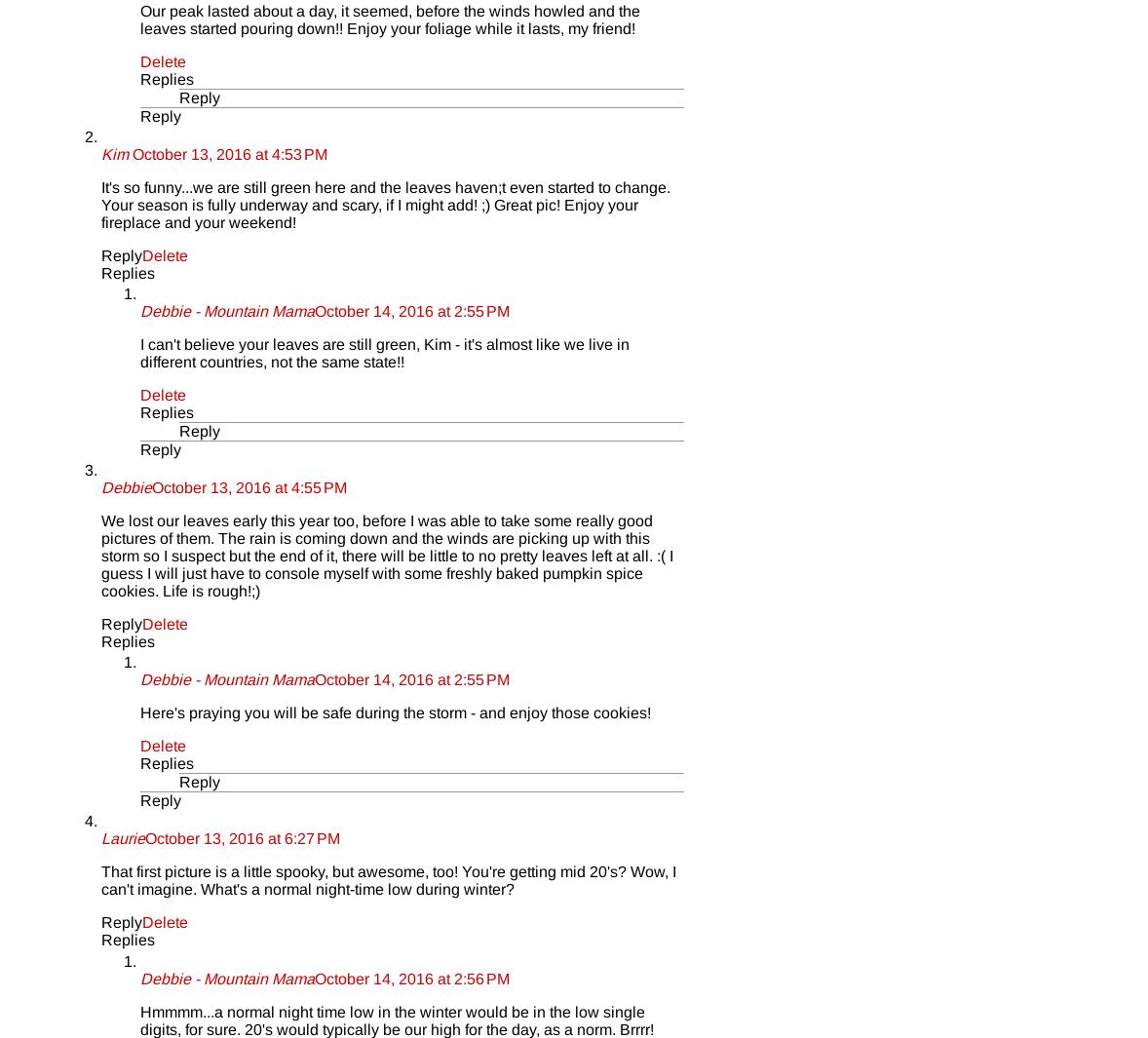 The image size is (1148, 1038). Describe the element at coordinates (122, 838) in the screenshot. I see `'Laurie'` at that location.